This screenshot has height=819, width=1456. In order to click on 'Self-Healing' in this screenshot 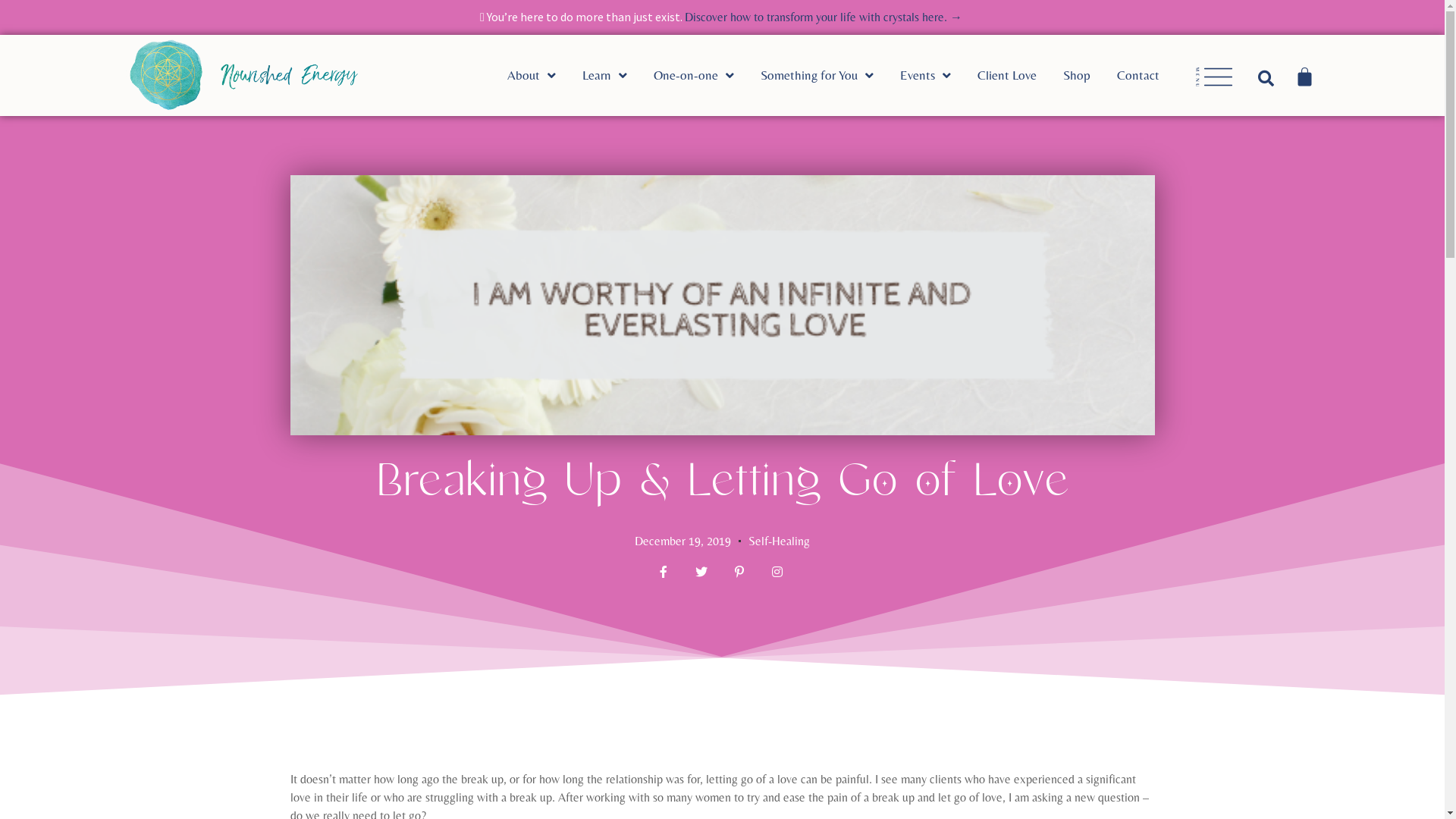, I will do `click(779, 540)`.